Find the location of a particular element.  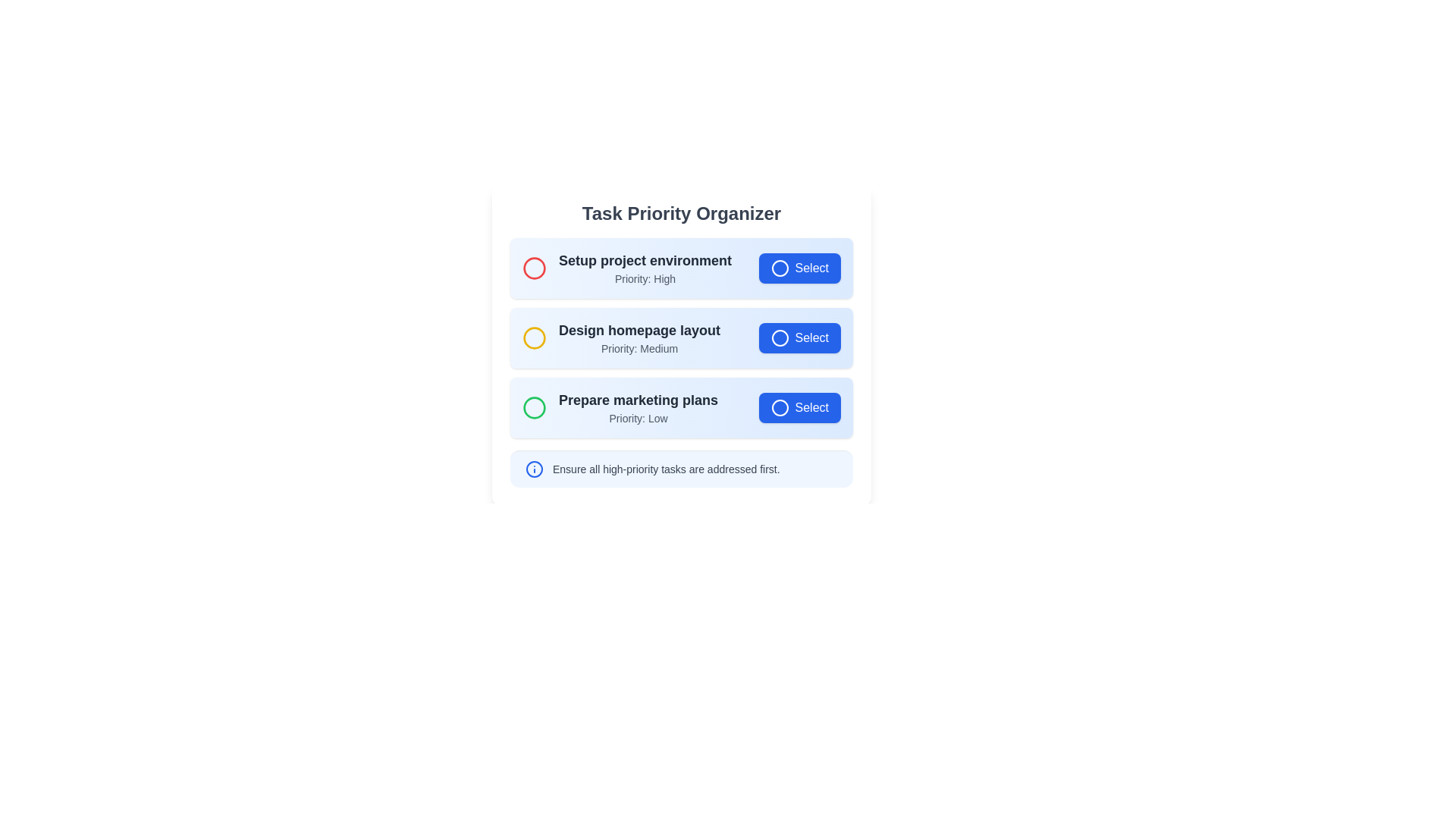

the circular icon located near the 'Select' button for the 'Setup project environment' task in the first row of the task organizer list is located at coordinates (780, 268).